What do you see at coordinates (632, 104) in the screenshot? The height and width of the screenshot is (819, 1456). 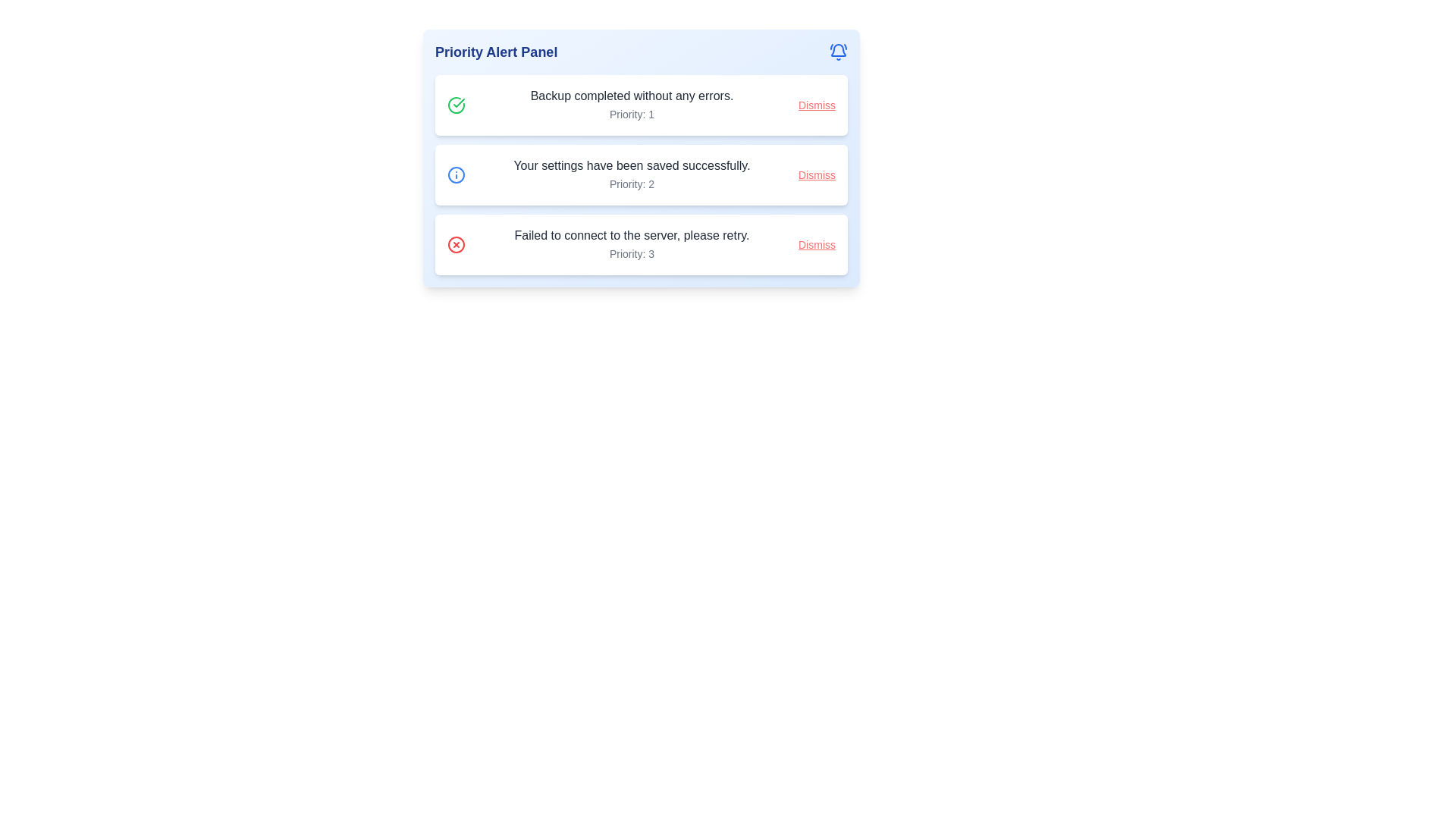 I see `the status update text block indicating the successful completion of a backup` at bounding box center [632, 104].